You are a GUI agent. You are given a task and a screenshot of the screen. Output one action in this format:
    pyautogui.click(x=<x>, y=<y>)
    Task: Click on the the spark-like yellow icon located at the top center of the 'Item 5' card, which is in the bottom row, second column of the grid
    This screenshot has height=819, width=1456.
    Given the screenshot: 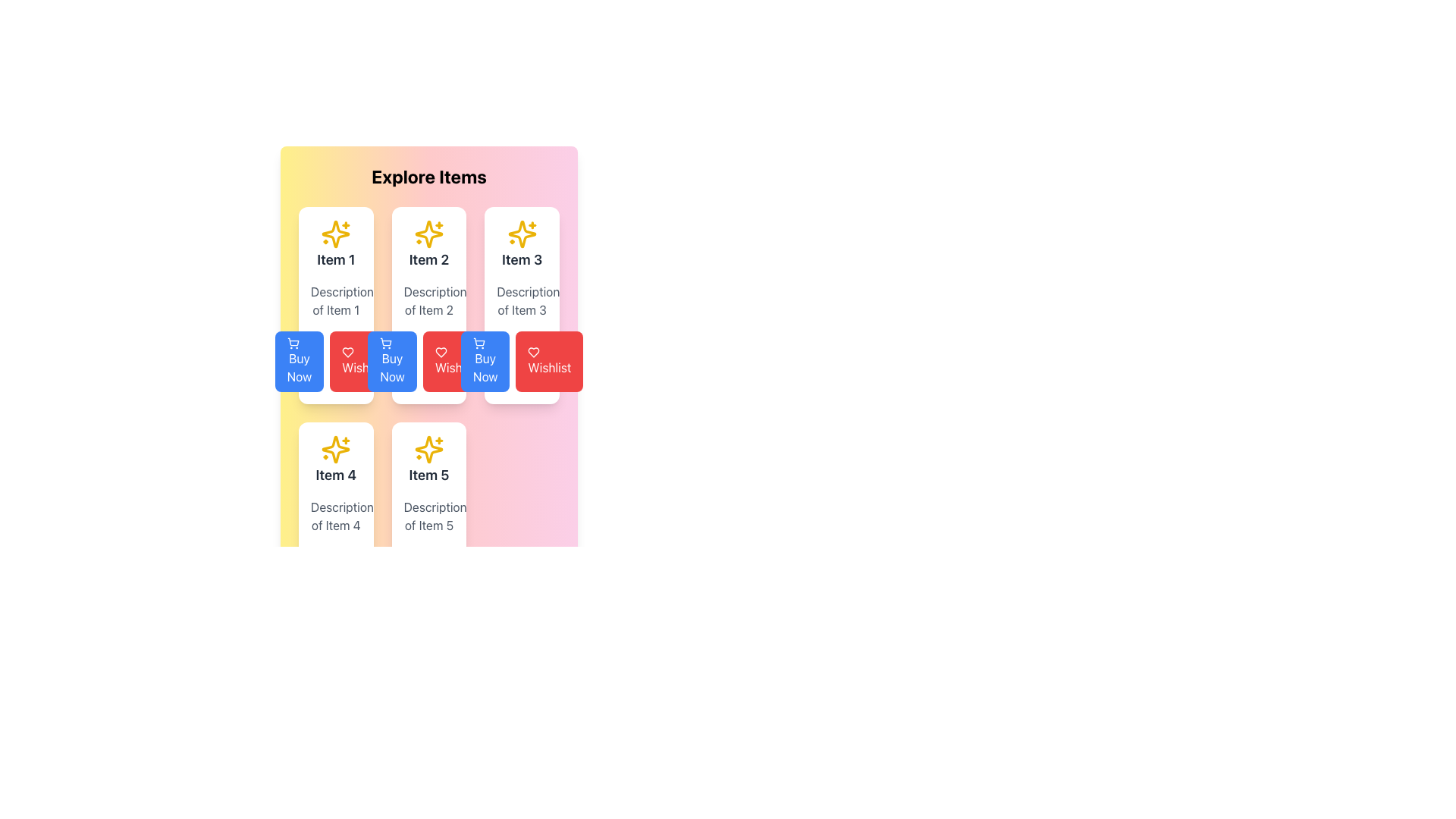 What is the action you would take?
    pyautogui.click(x=428, y=449)
    